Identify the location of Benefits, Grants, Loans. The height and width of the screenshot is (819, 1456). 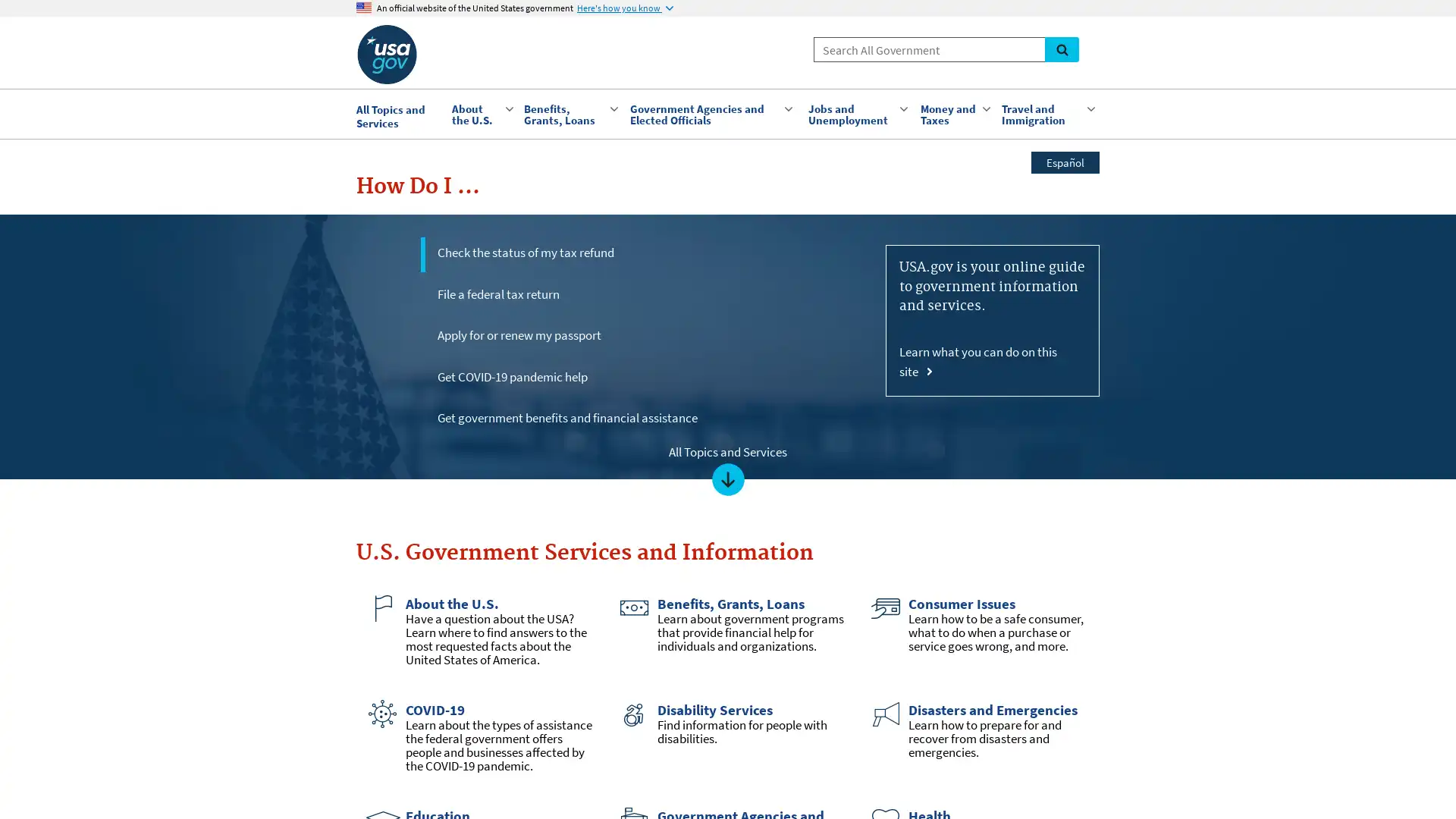
(568, 113).